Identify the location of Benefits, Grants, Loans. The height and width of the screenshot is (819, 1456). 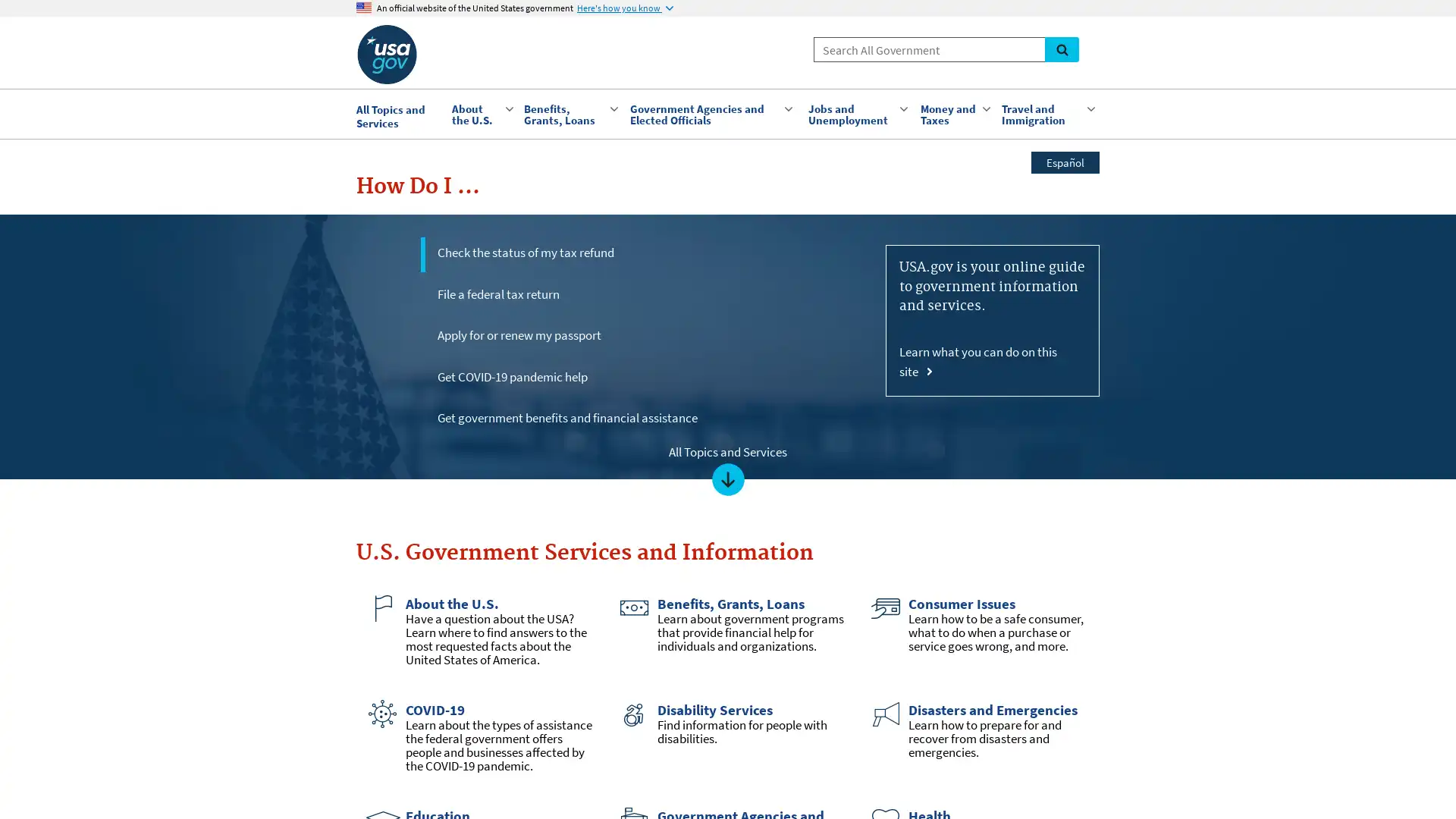
(568, 113).